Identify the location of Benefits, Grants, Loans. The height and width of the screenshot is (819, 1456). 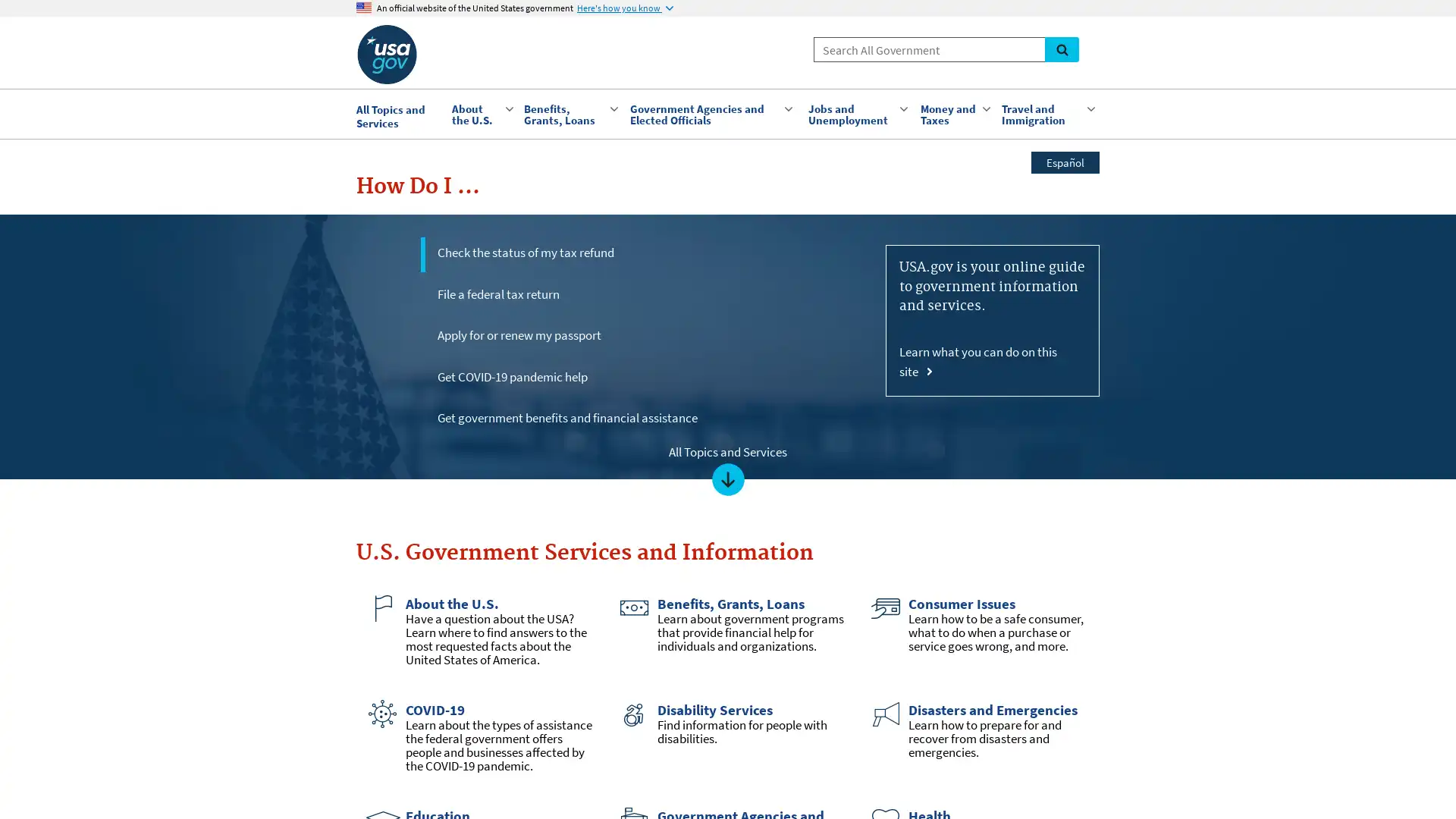
(568, 113).